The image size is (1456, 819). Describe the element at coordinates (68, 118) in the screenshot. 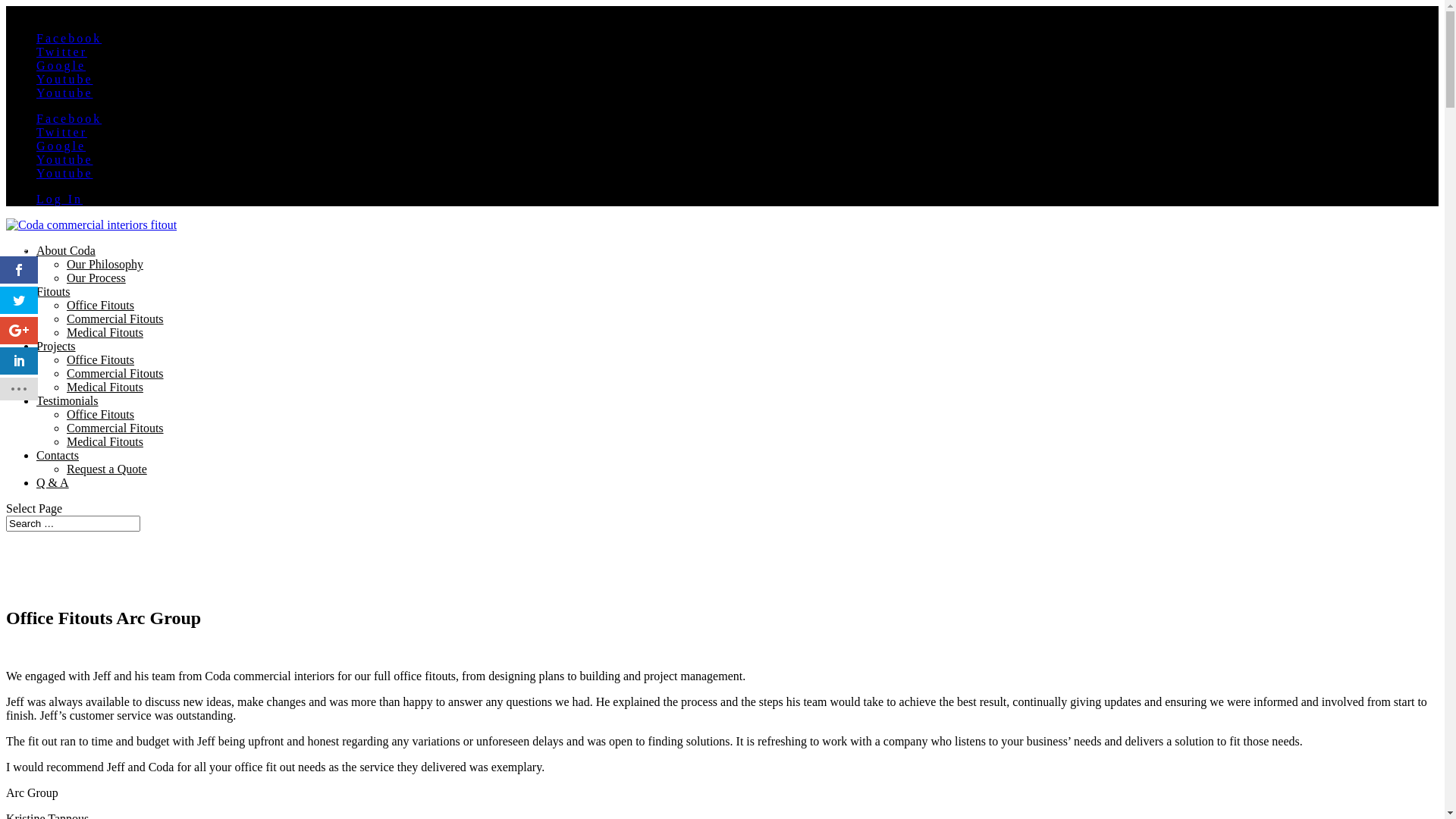

I see `'Facebook'` at that location.